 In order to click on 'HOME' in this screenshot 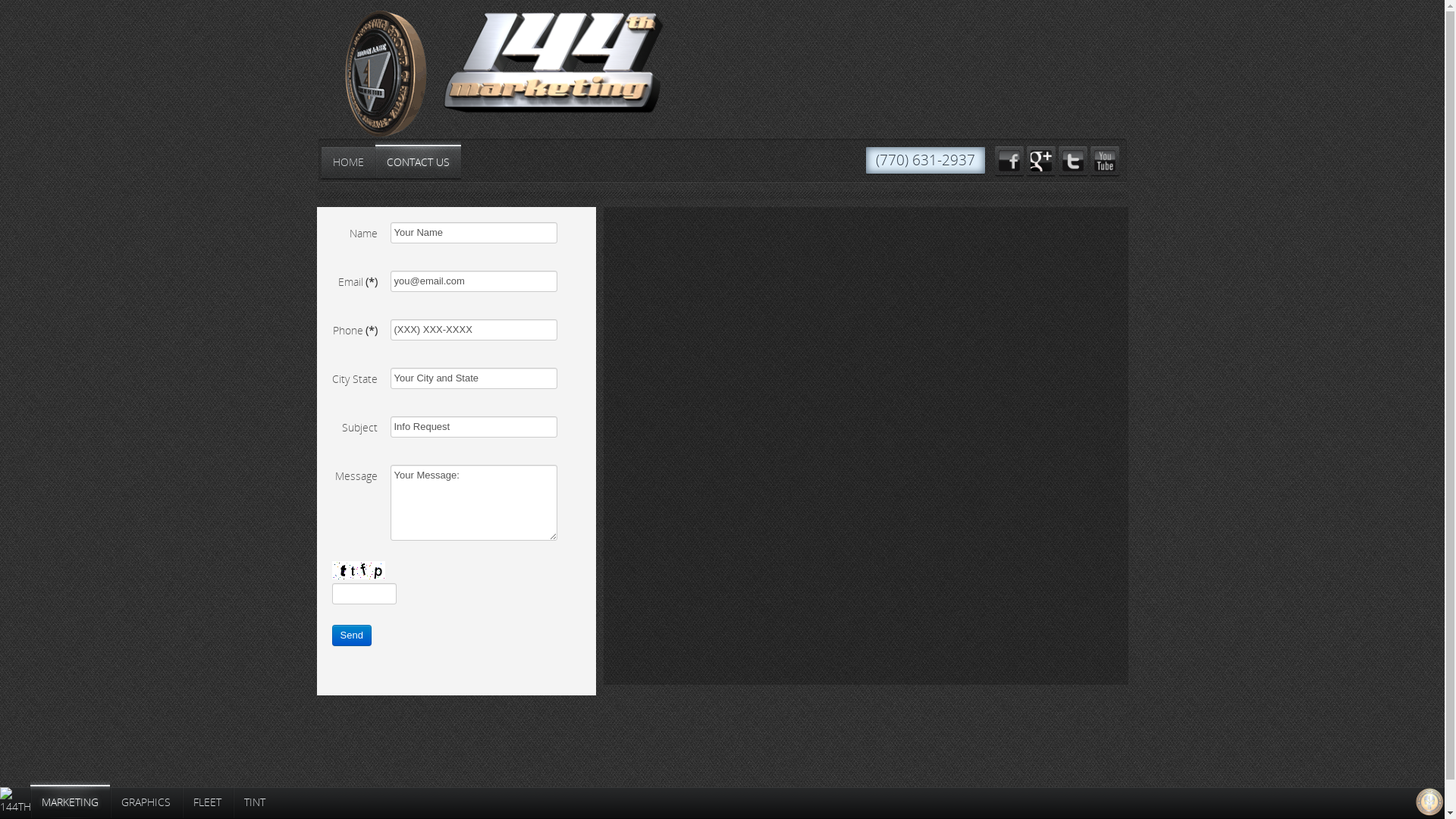, I will do `click(347, 162)`.